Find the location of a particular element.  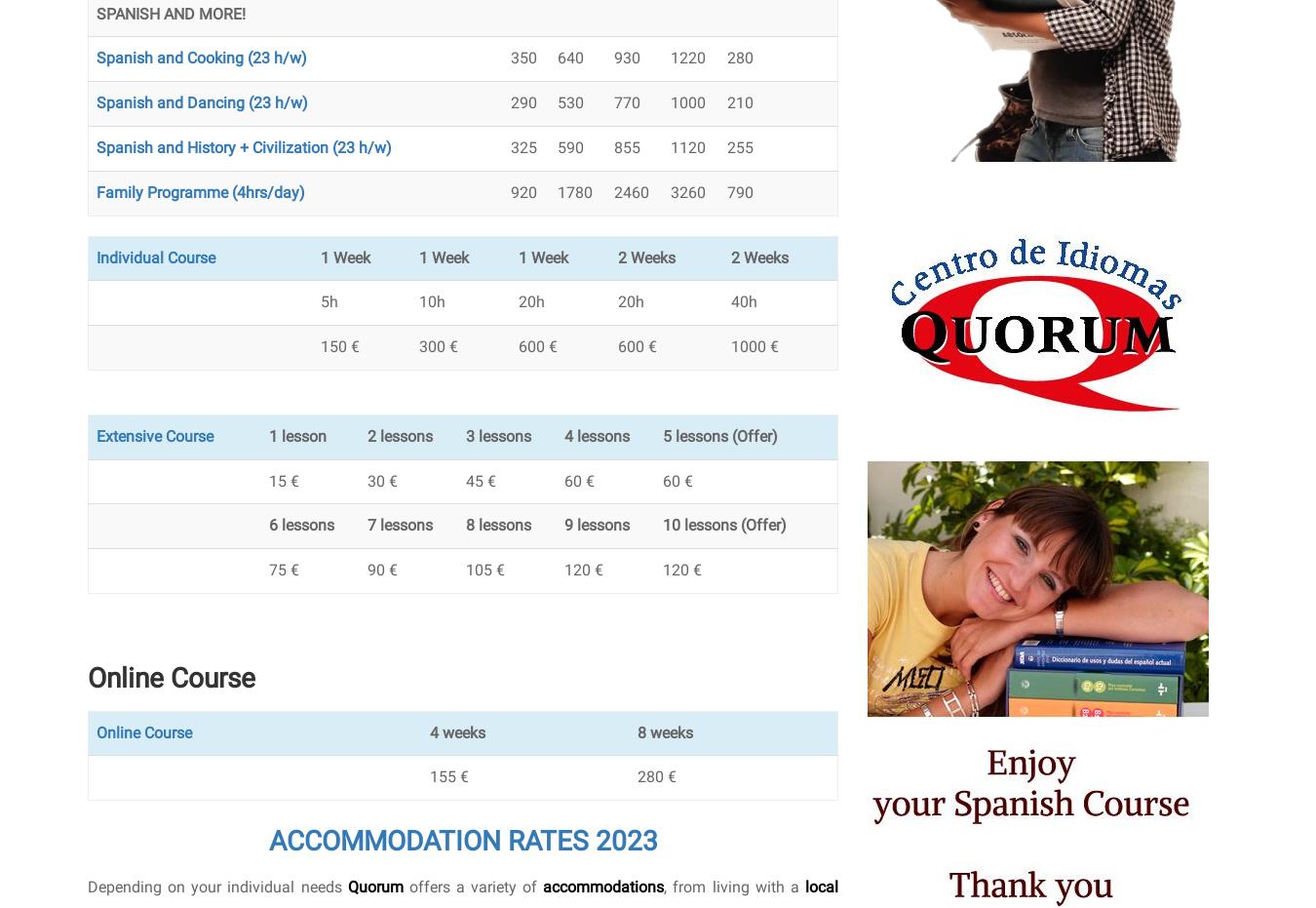

'Spanish and Dancing  (23 h/w)' is located at coordinates (202, 102).